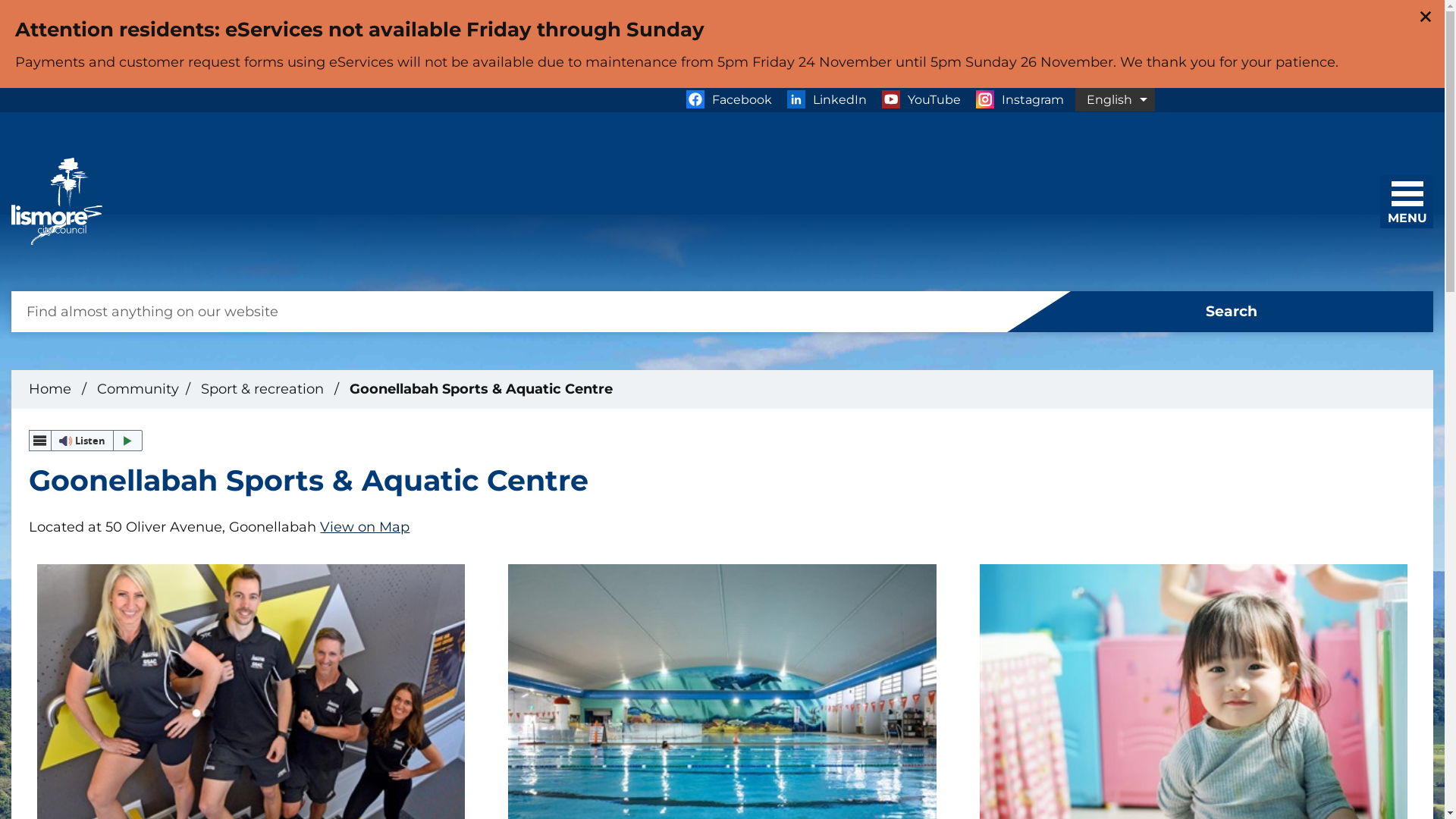  I want to click on 'Facebook', so click(728, 99).